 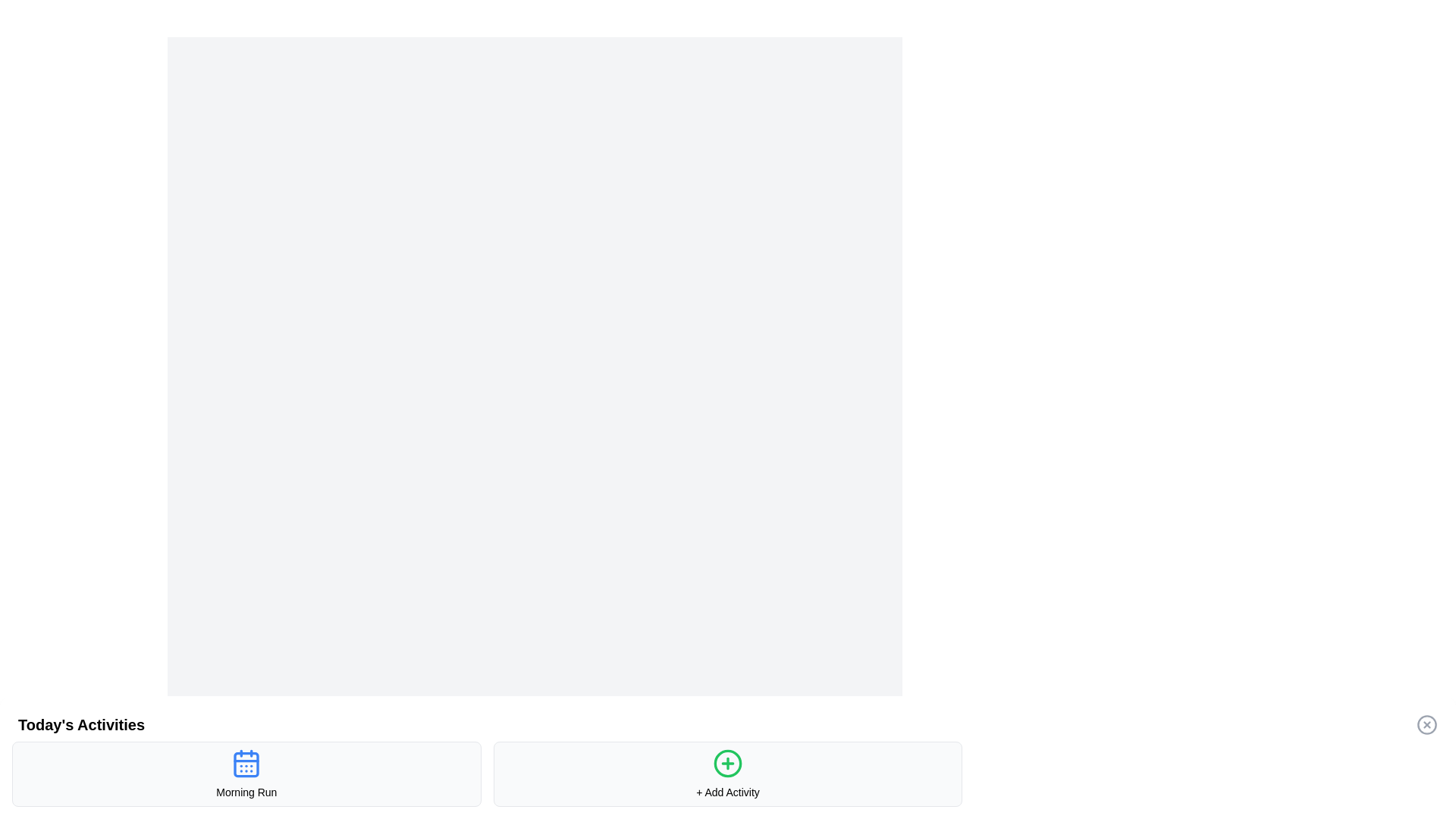 What do you see at coordinates (728, 763) in the screenshot?
I see `the circular green outlined icon button with a green plus sign in the center` at bounding box center [728, 763].